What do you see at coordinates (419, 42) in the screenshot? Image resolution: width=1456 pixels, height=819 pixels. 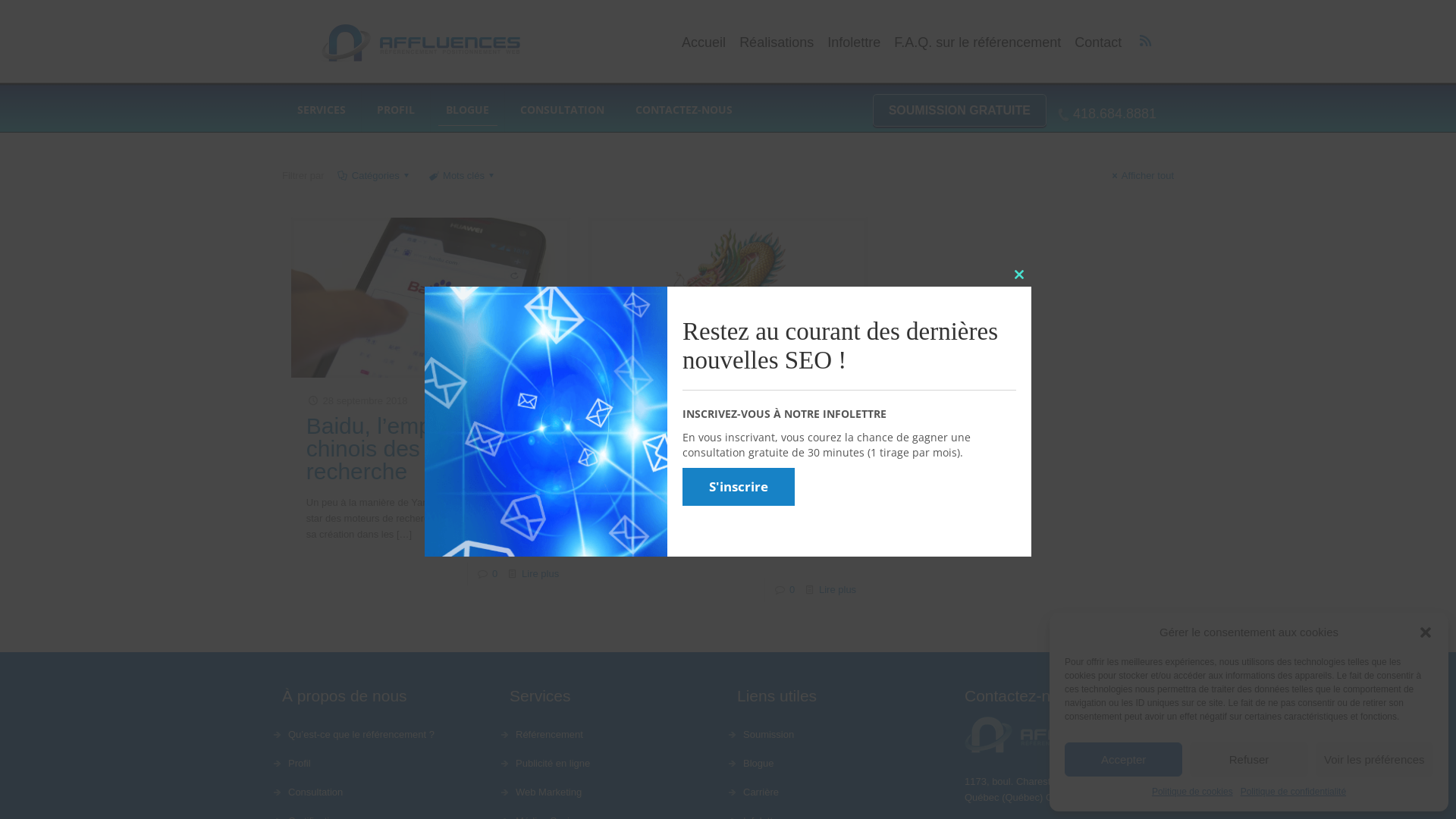 I see `'Affluences'` at bounding box center [419, 42].